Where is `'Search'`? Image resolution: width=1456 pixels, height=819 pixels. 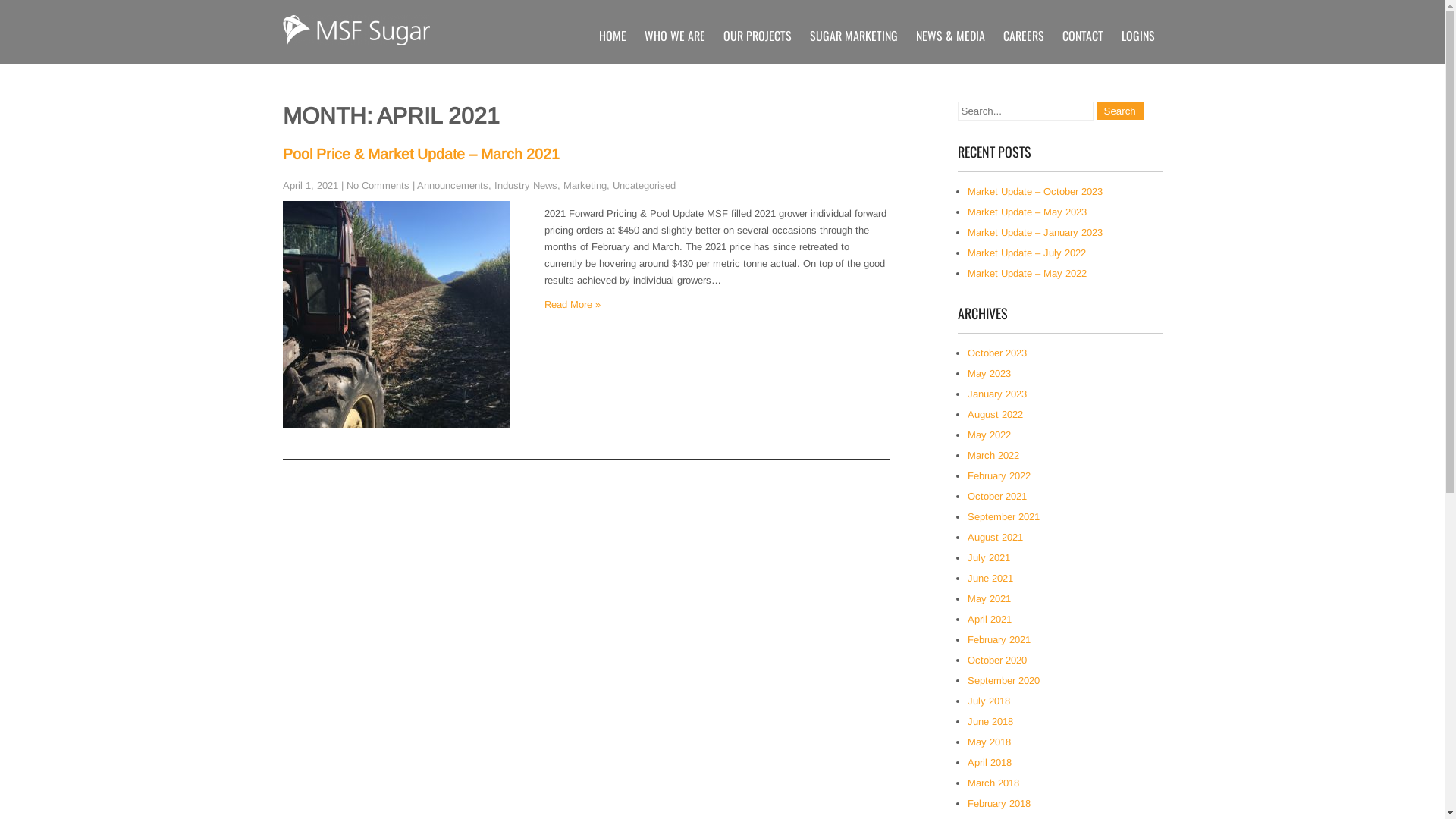
'Search' is located at coordinates (1120, 110).